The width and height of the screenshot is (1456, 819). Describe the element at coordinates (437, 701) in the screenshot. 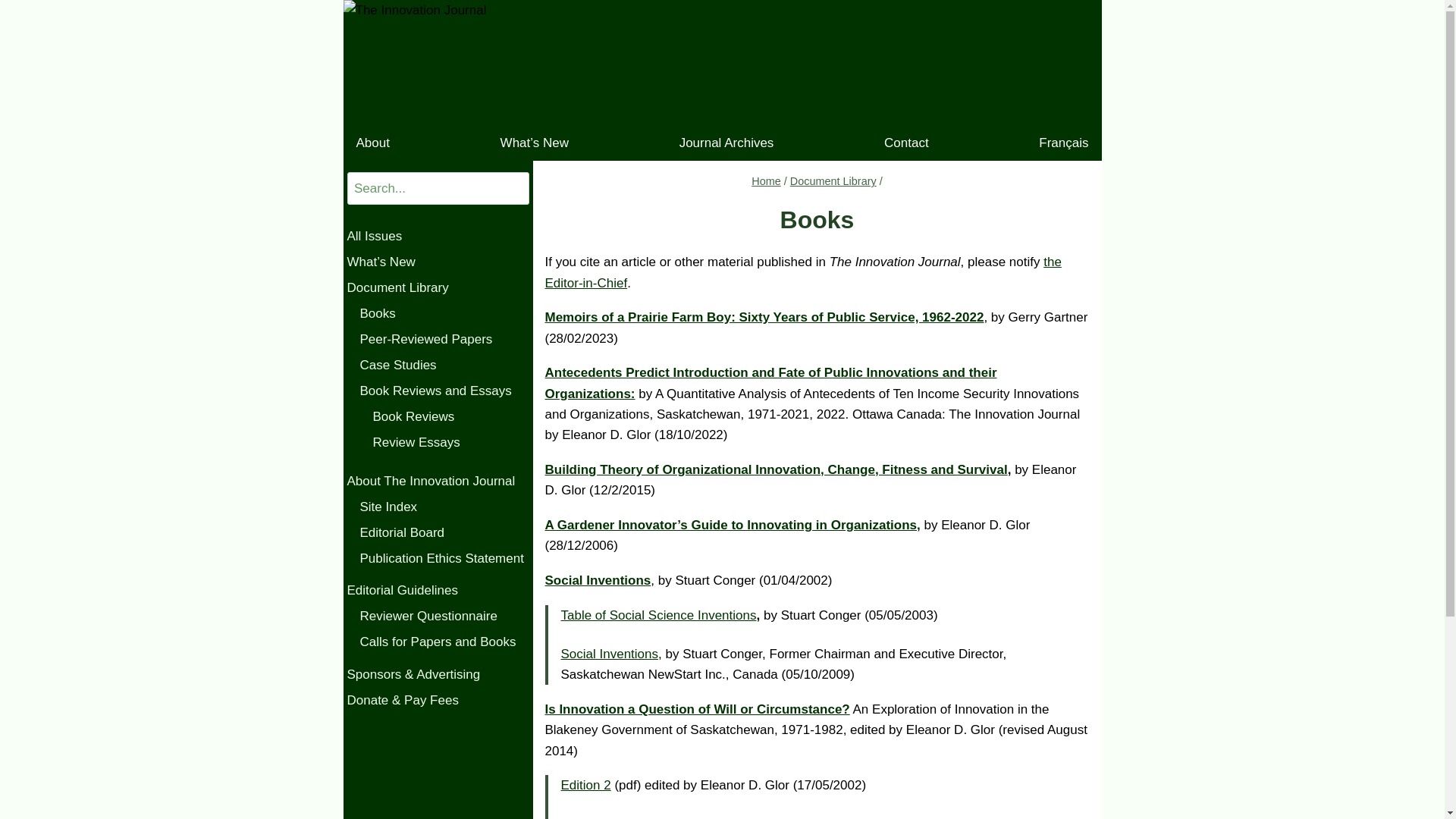

I see `'Donate & Pay Fees'` at that location.